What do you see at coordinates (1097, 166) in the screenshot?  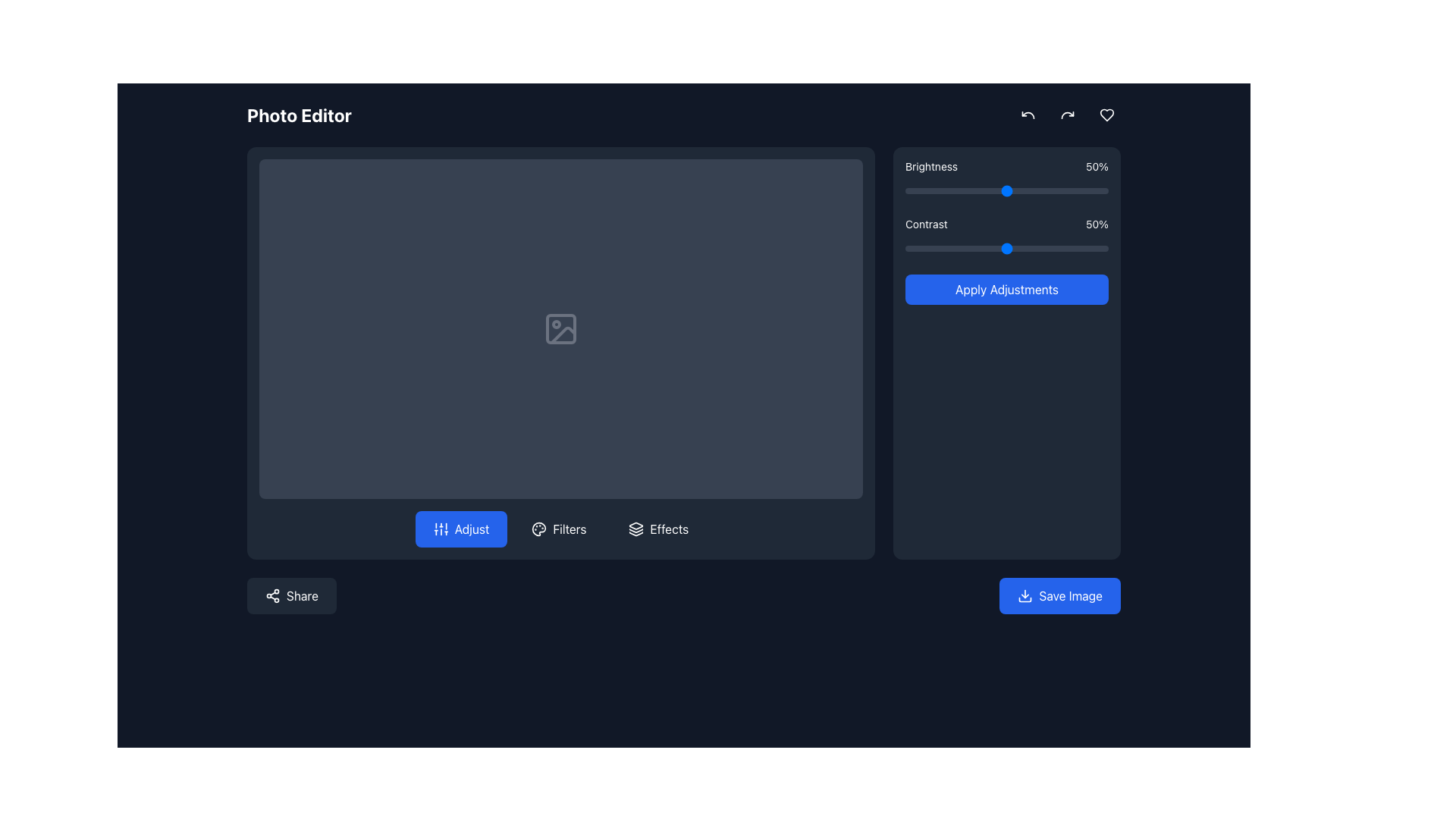 I see `the '50%' text label, which is styled in a sans-serif font and located in the top-right corner of the 'Brightness' section` at bounding box center [1097, 166].